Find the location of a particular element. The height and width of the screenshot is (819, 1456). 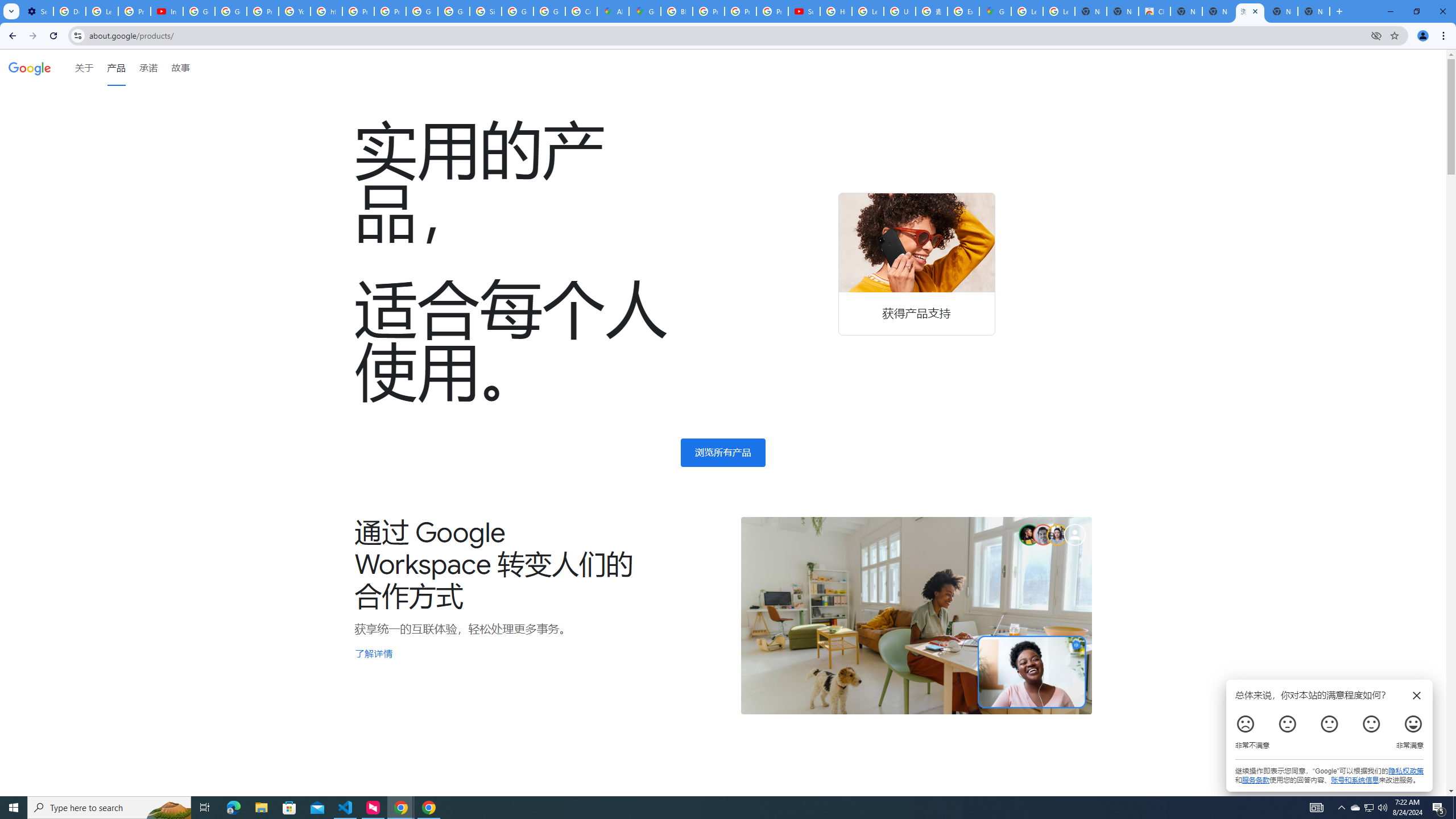

'Blogger Policies and Guidelines - Transparency Center' is located at coordinates (676, 11).